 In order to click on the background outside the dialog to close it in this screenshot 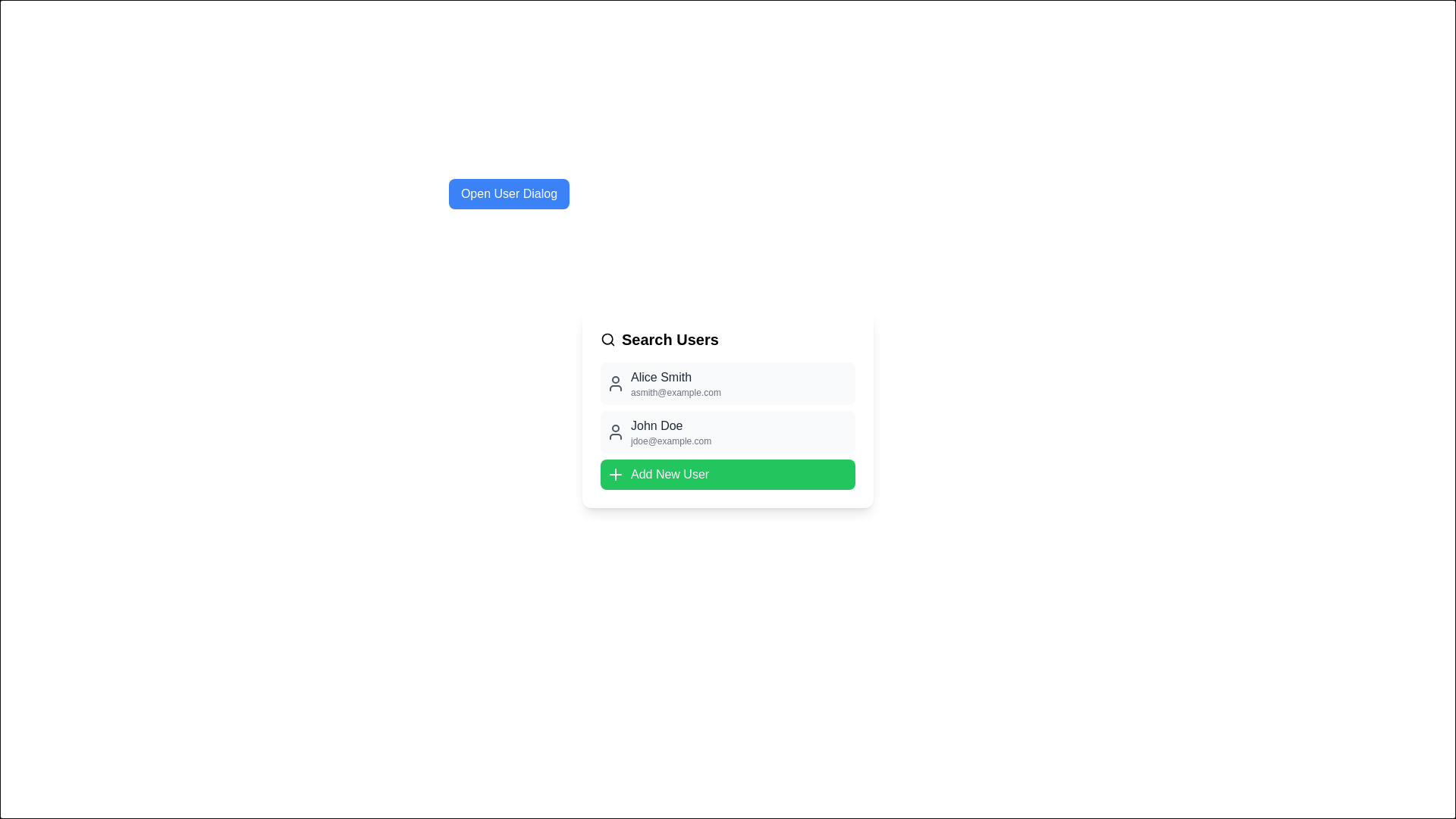, I will do `click(37, 37)`.